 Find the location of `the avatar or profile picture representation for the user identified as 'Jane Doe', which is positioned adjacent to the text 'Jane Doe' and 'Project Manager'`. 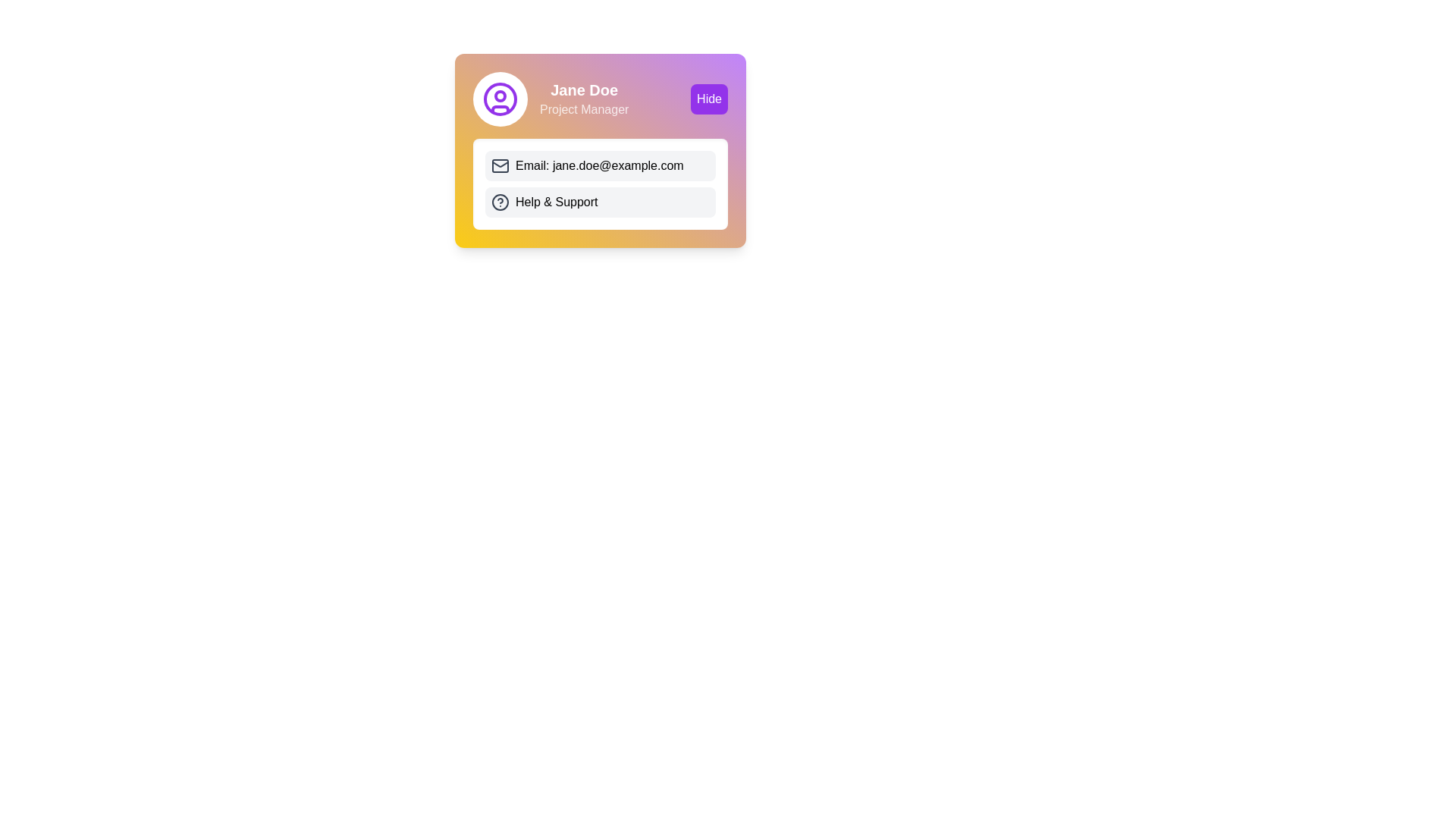

the avatar or profile picture representation for the user identified as 'Jane Doe', which is positioned adjacent to the text 'Jane Doe' and 'Project Manager' is located at coordinates (500, 99).